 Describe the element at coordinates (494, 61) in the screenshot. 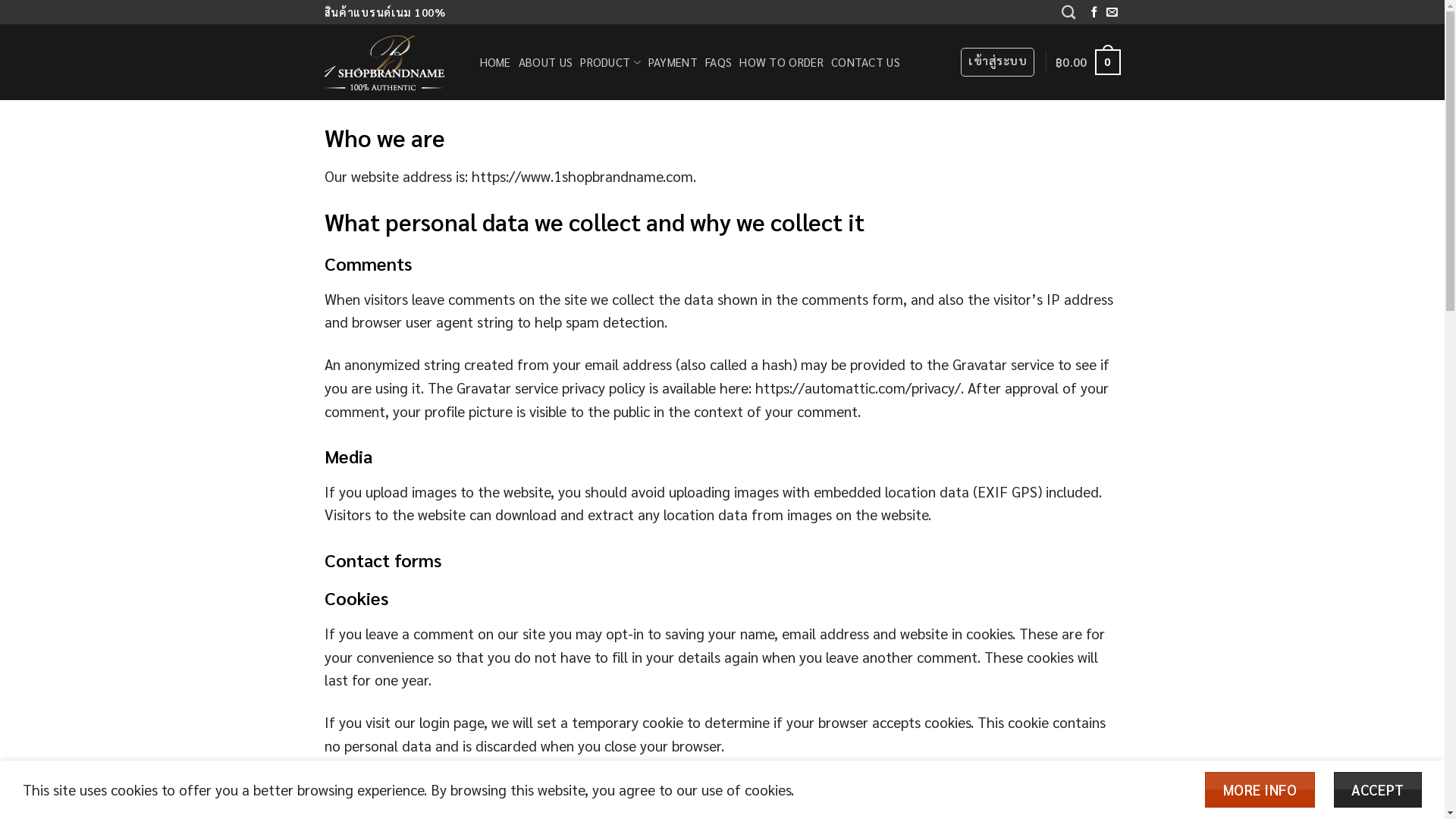

I see `'HOME'` at that location.